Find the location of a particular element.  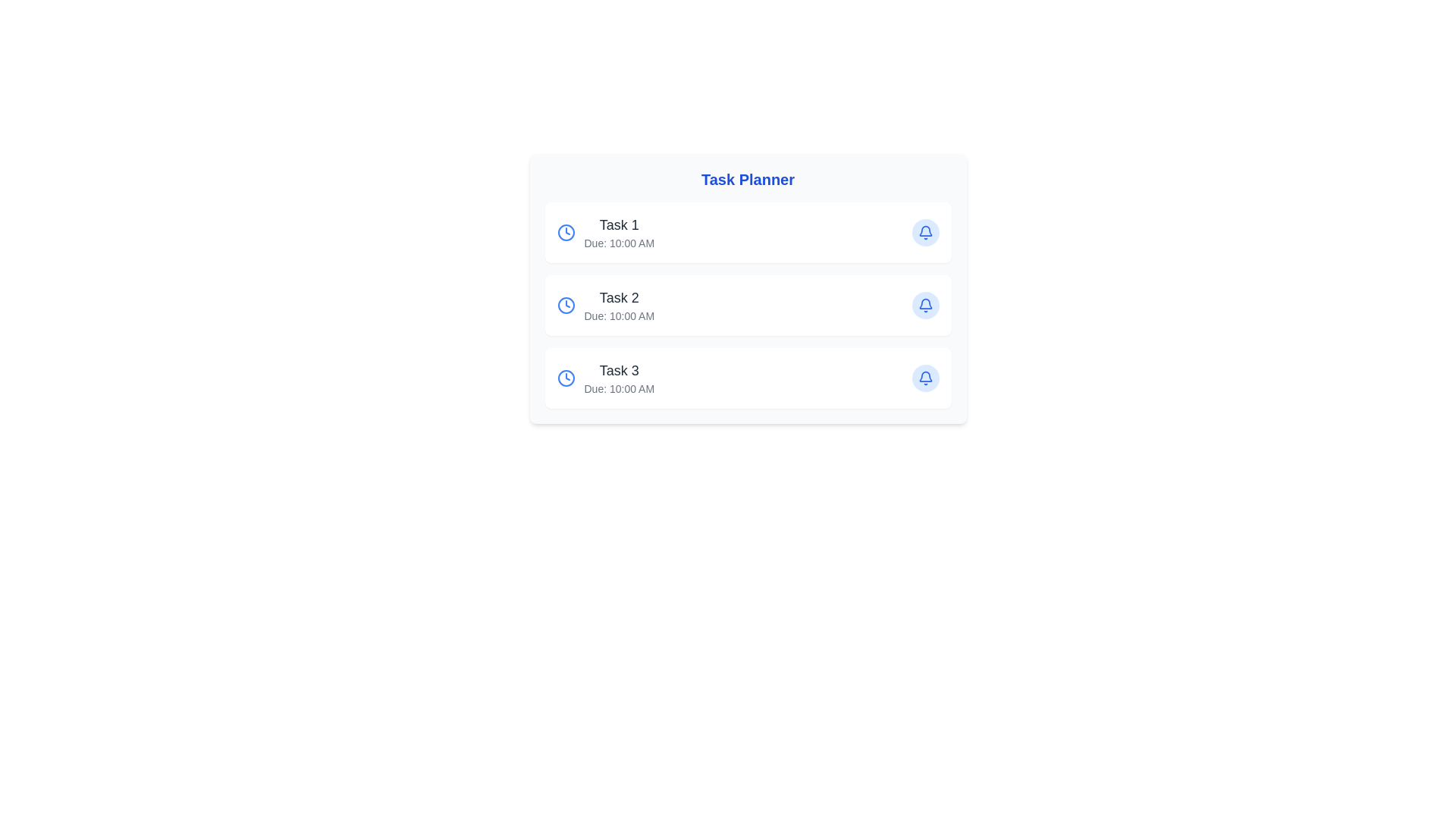

the circular graphical component with a blue outline located at the center of the clock icon in the first task row of the task planner is located at coordinates (565, 233).